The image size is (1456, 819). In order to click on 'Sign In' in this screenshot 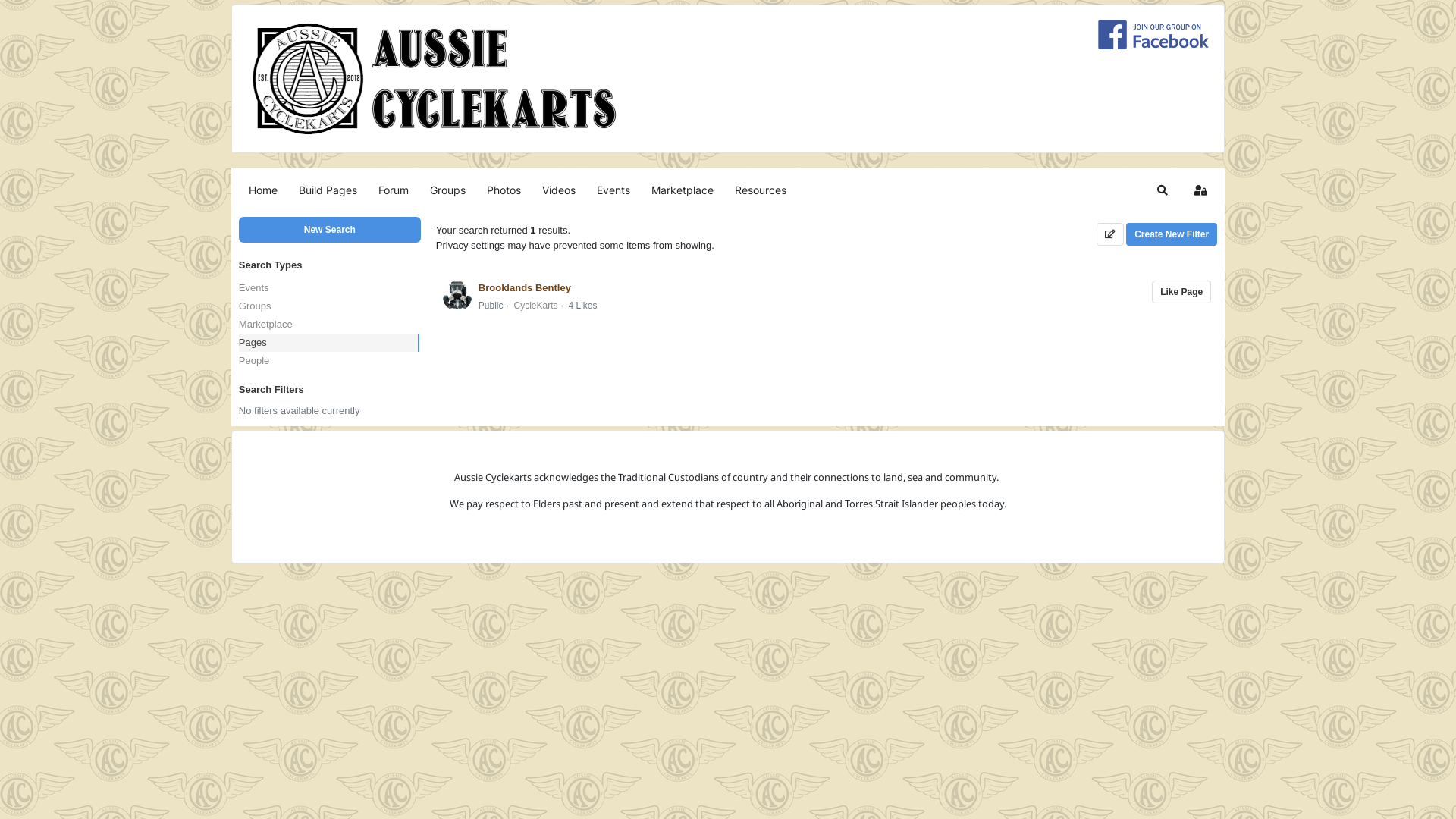, I will do `click(1200, 189)`.